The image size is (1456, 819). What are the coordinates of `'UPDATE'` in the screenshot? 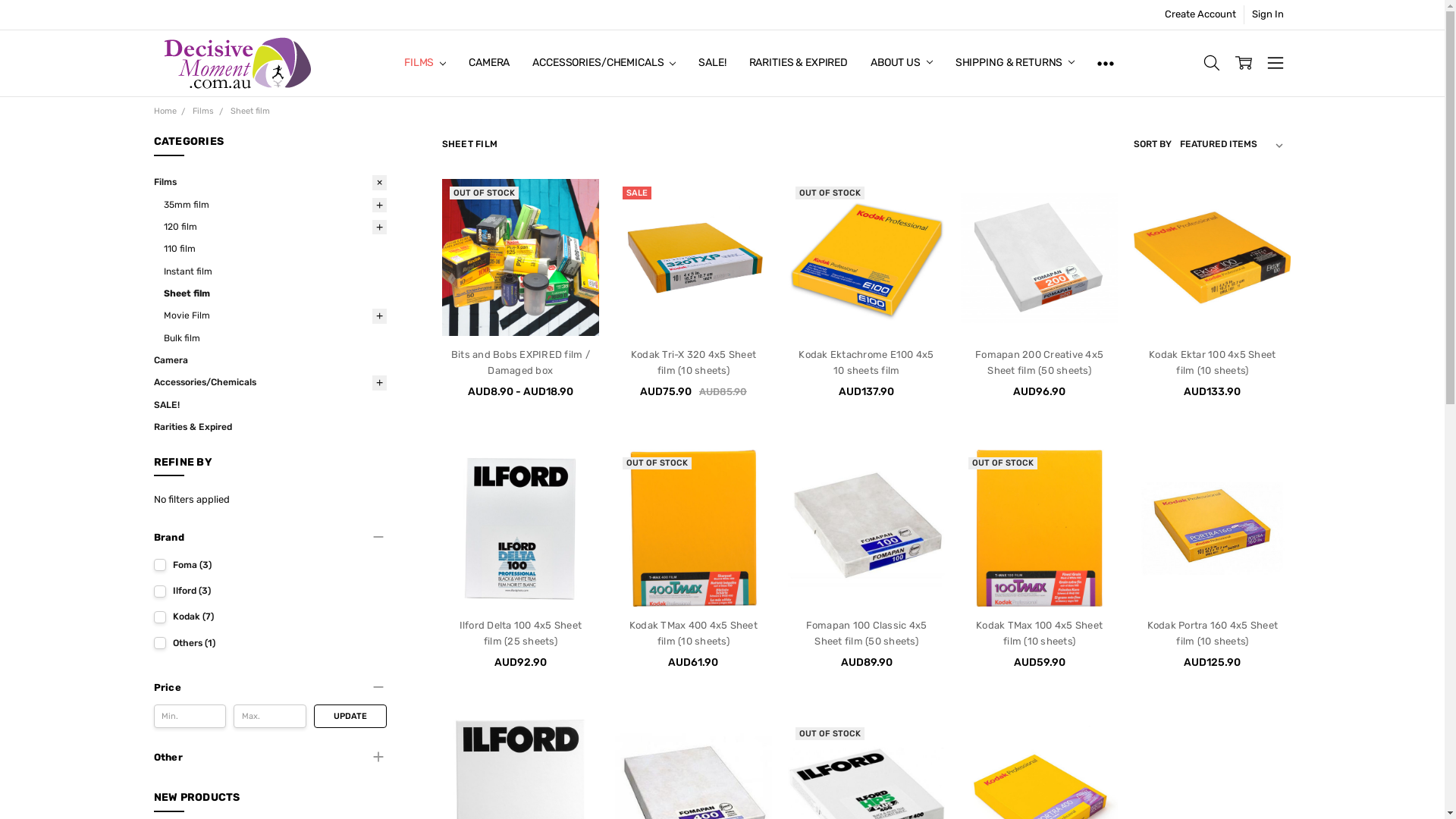 It's located at (349, 716).